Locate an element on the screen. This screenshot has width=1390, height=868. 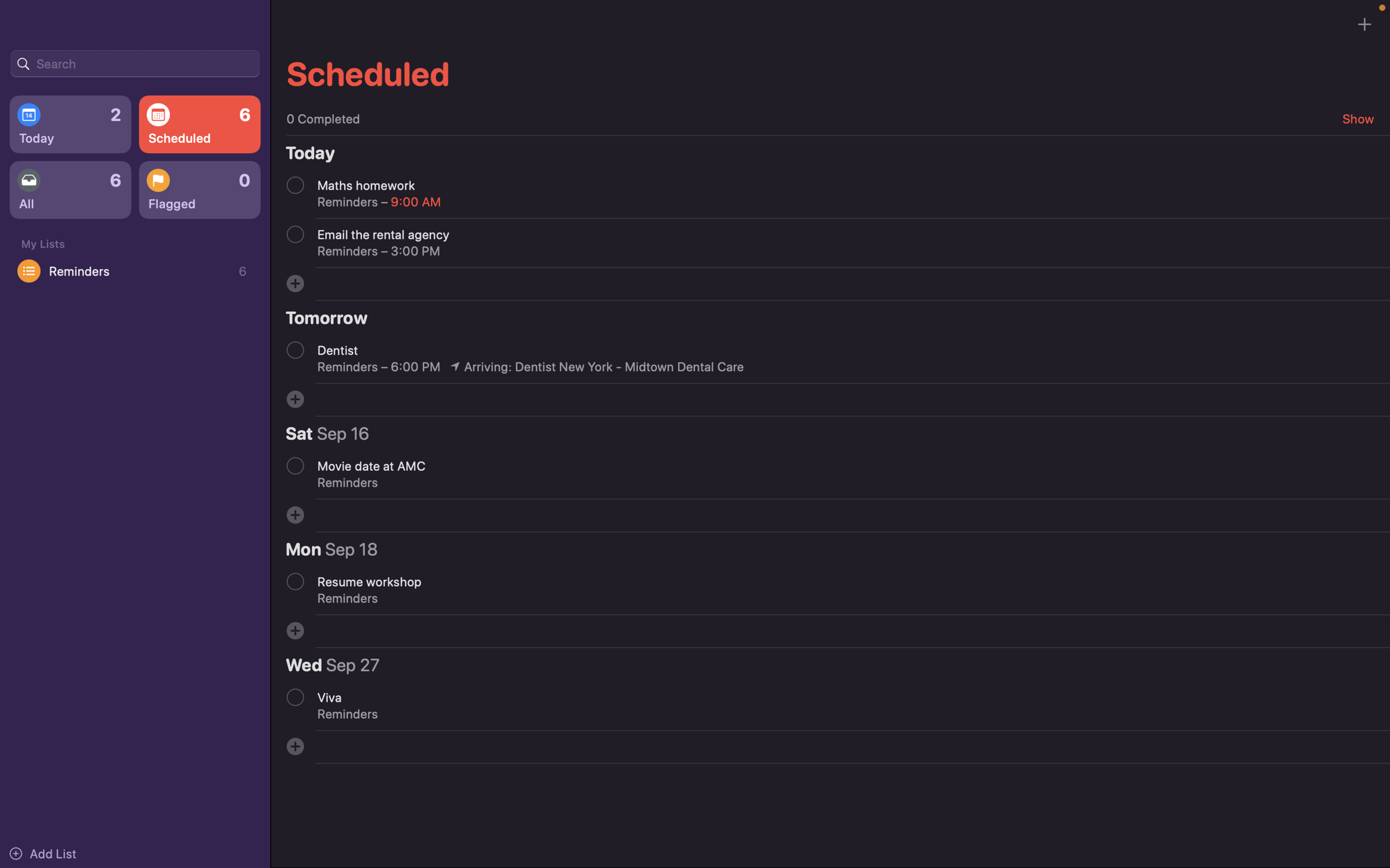
Go for the second appointment in today"s list is located at coordinates (295, 234).